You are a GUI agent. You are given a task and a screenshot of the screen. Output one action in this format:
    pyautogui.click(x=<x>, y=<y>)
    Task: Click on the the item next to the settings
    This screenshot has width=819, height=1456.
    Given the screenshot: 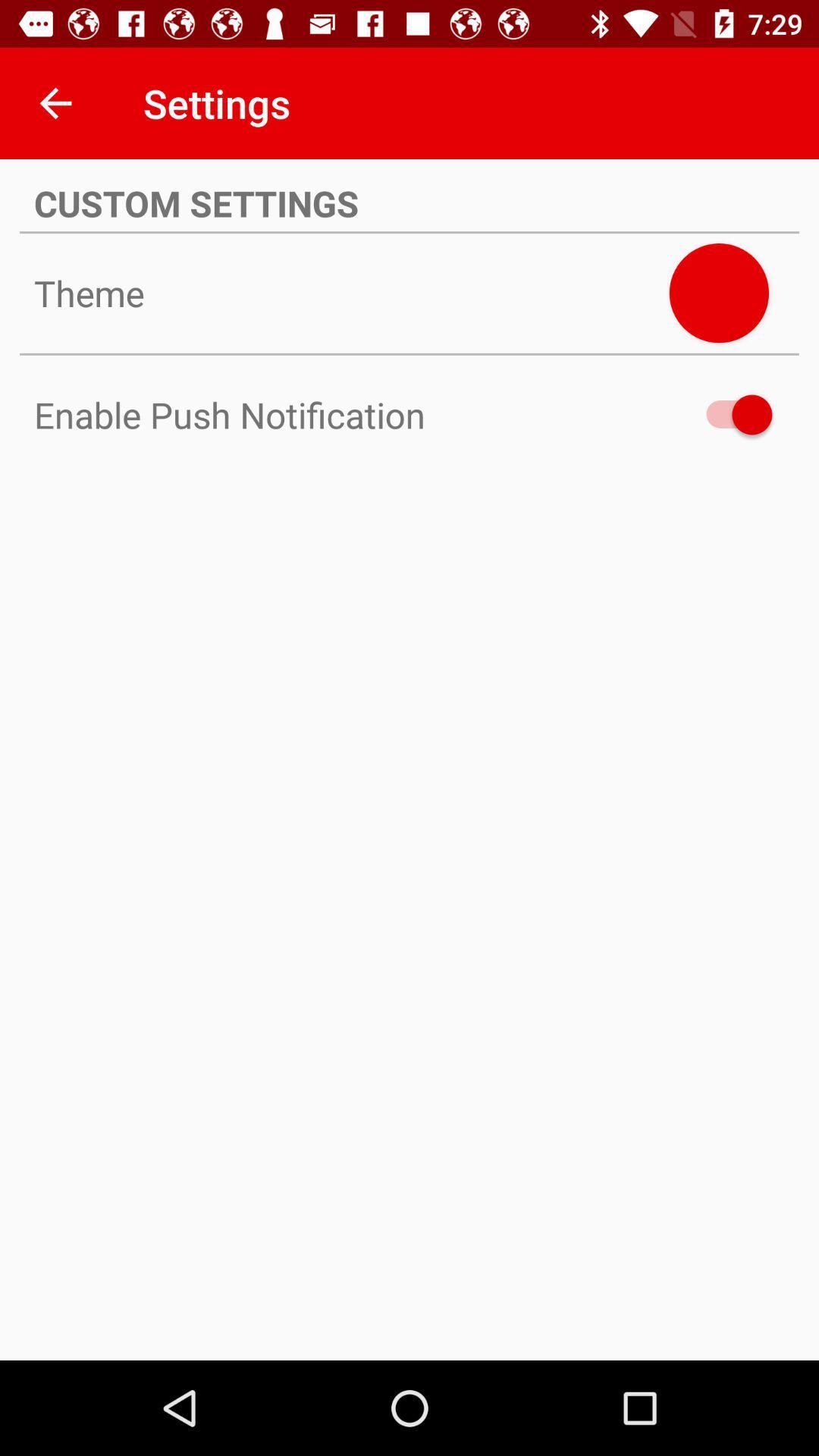 What is the action you would take?
    pyautogui.click(x=55, y=102)
    